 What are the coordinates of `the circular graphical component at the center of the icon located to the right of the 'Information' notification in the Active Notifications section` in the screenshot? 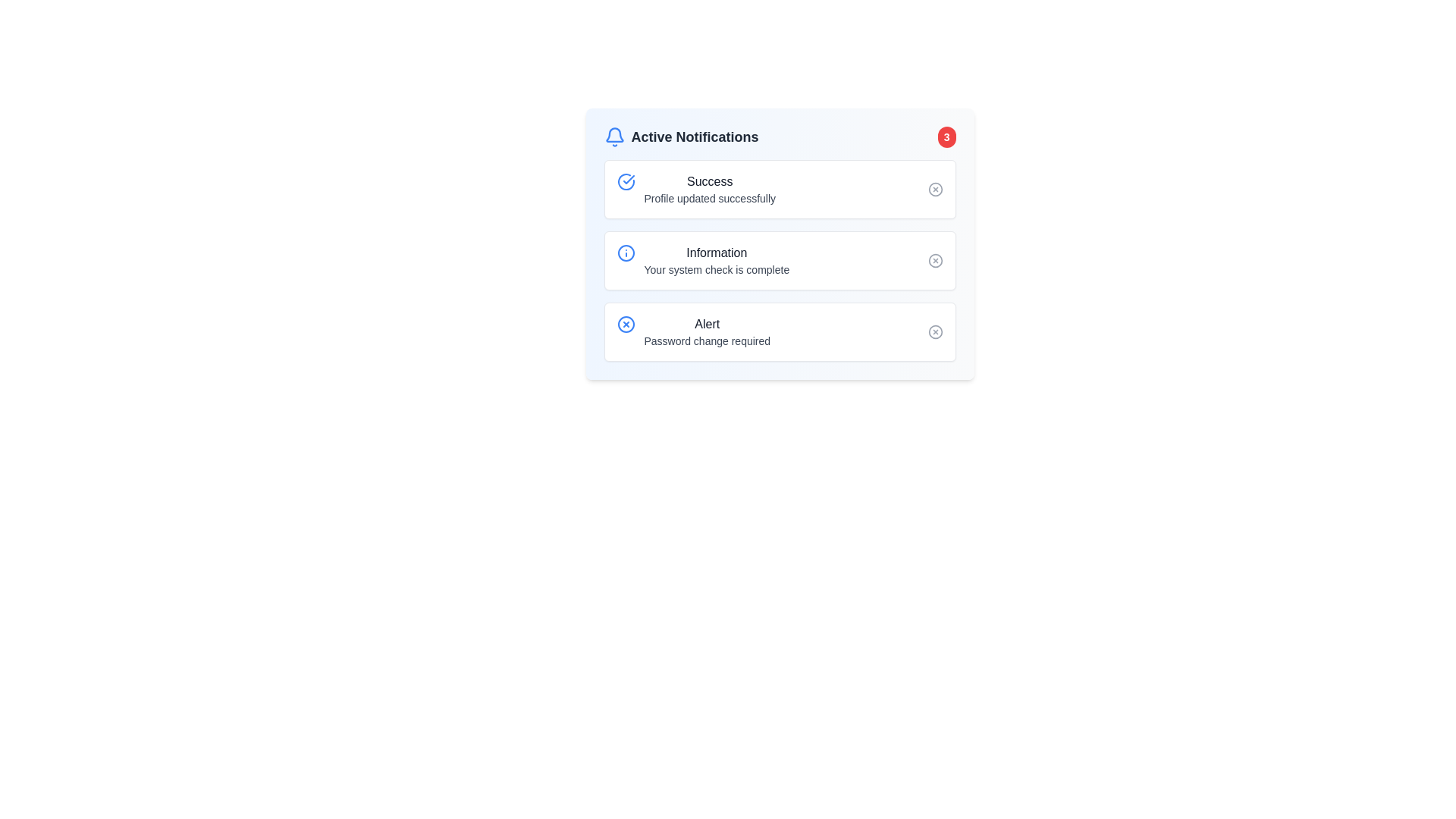 It's located at (934, 259).